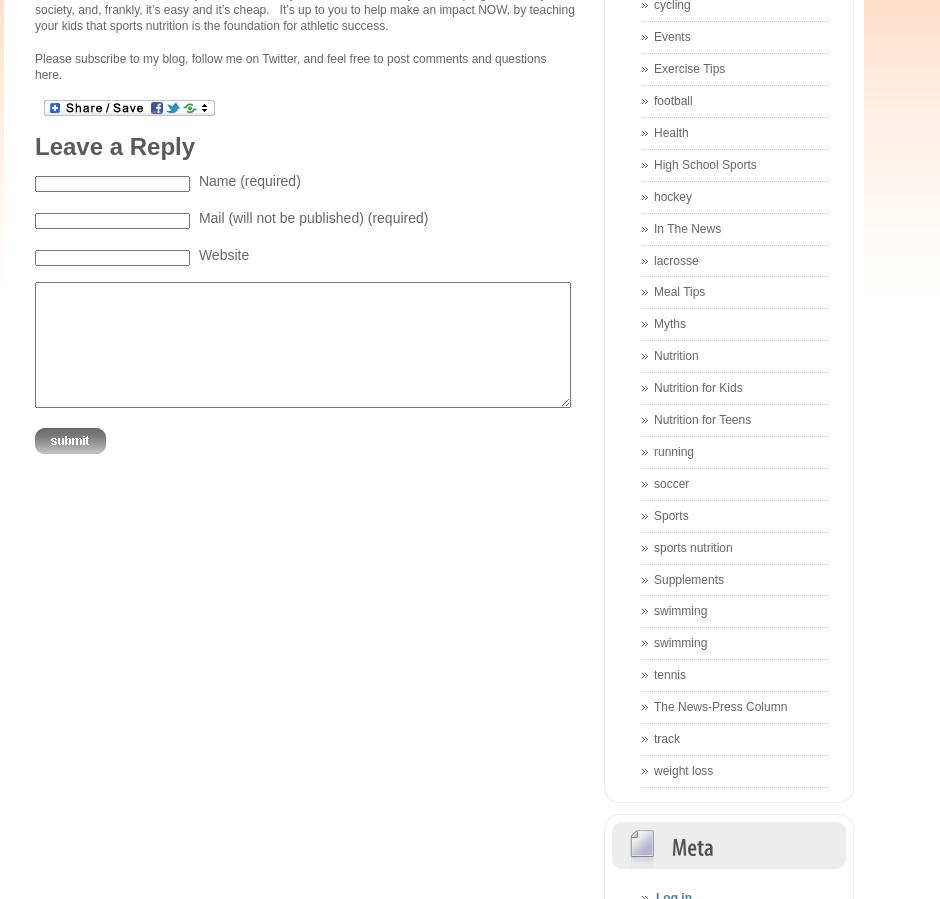 Image resolution: width=940 pixels, height=899 pixels. I want to click on 'In The News', so click(686, 227).